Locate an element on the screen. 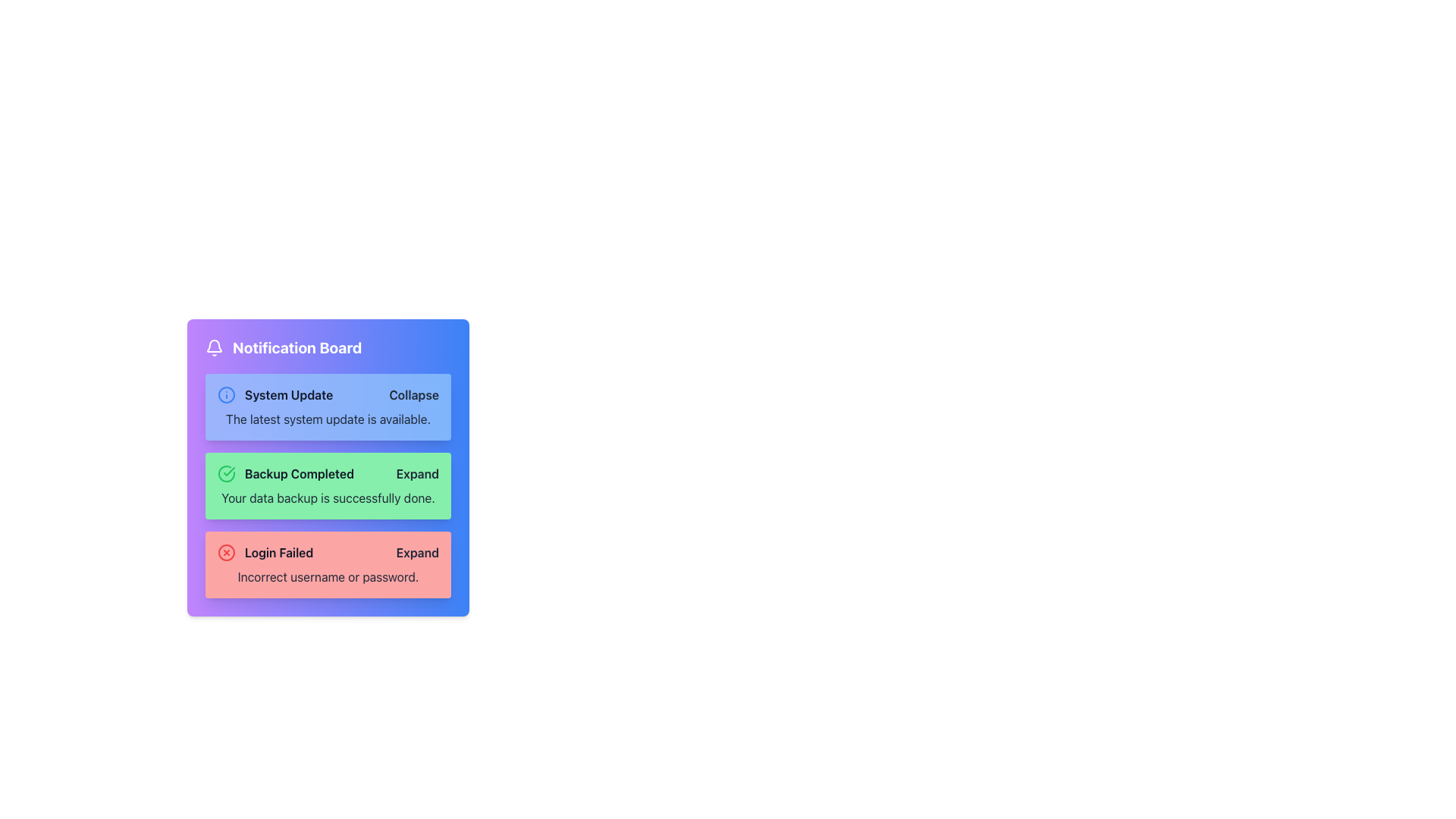 The height and width of the screenshot is (819, 1456). the 'Expand' text on the Notification Header with a red background that indicates 'Login Failed' is located at coordinates (327, 553).